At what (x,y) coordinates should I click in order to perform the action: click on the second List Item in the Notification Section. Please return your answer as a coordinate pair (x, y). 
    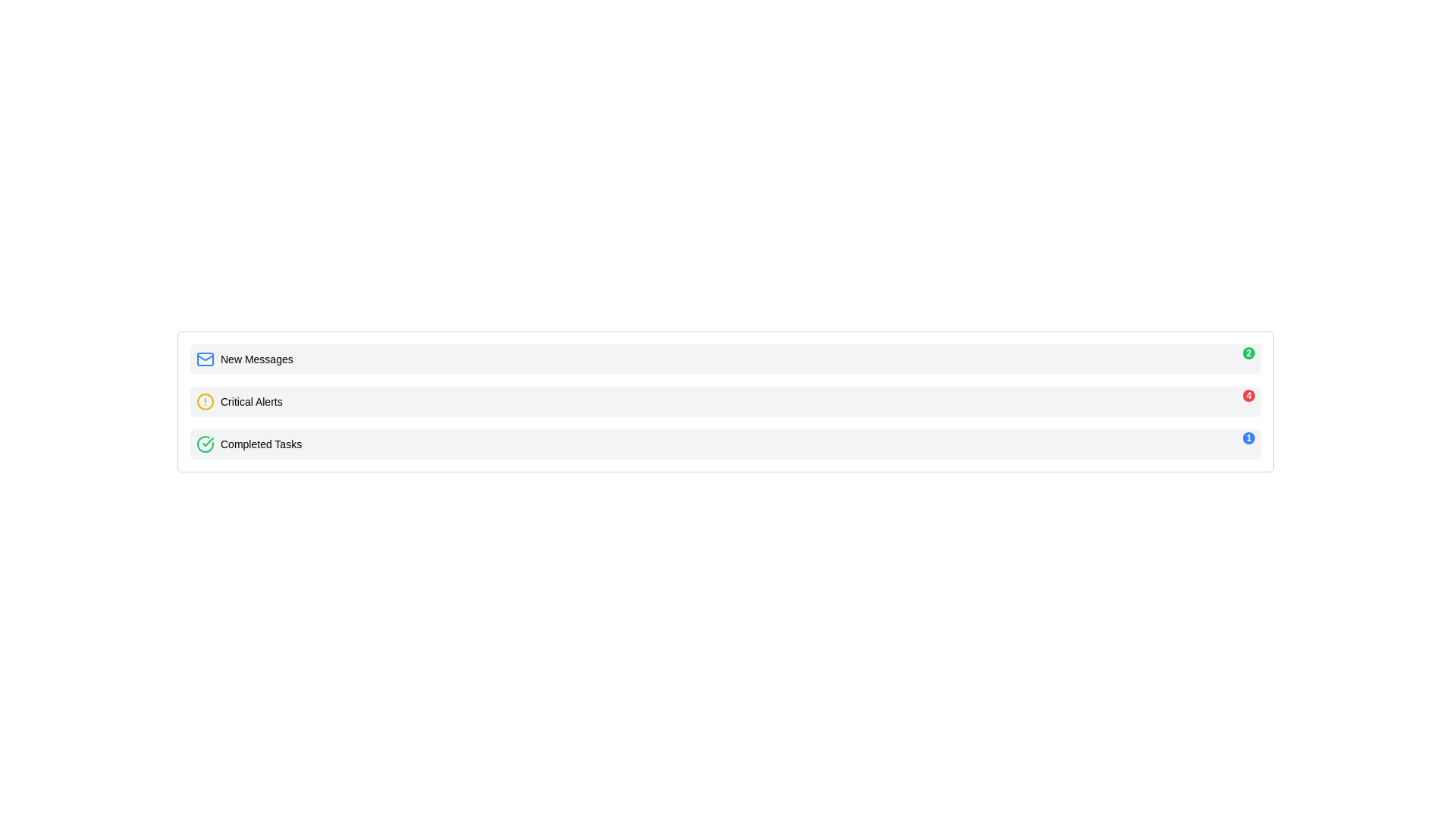
    Looking at the image, I should click on (724, 400).